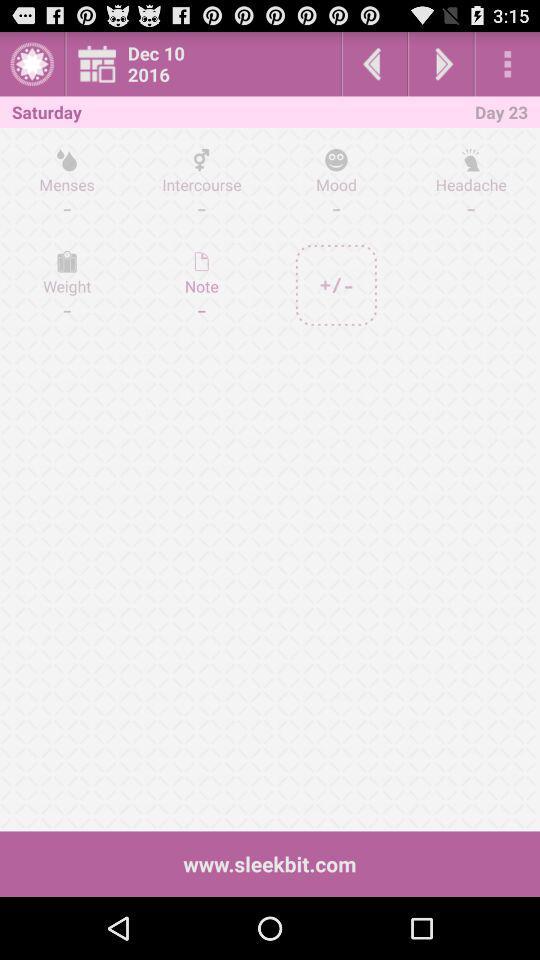 The height and width of the screenshot is (960, 540). Describe the element at coordinates (336, 284) in the screenshot. I see `on` at that location.